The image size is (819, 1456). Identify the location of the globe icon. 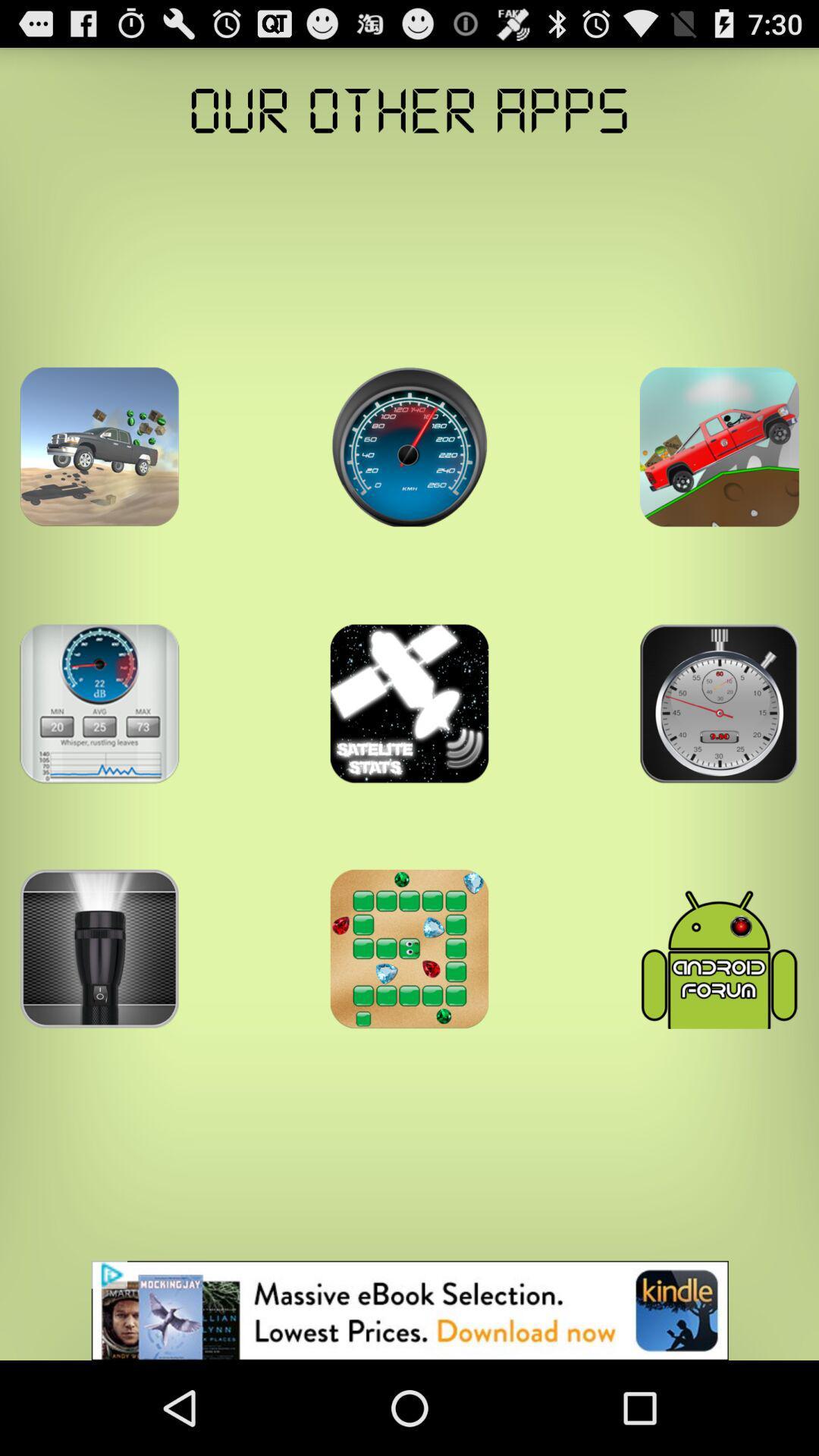
(409, 477).